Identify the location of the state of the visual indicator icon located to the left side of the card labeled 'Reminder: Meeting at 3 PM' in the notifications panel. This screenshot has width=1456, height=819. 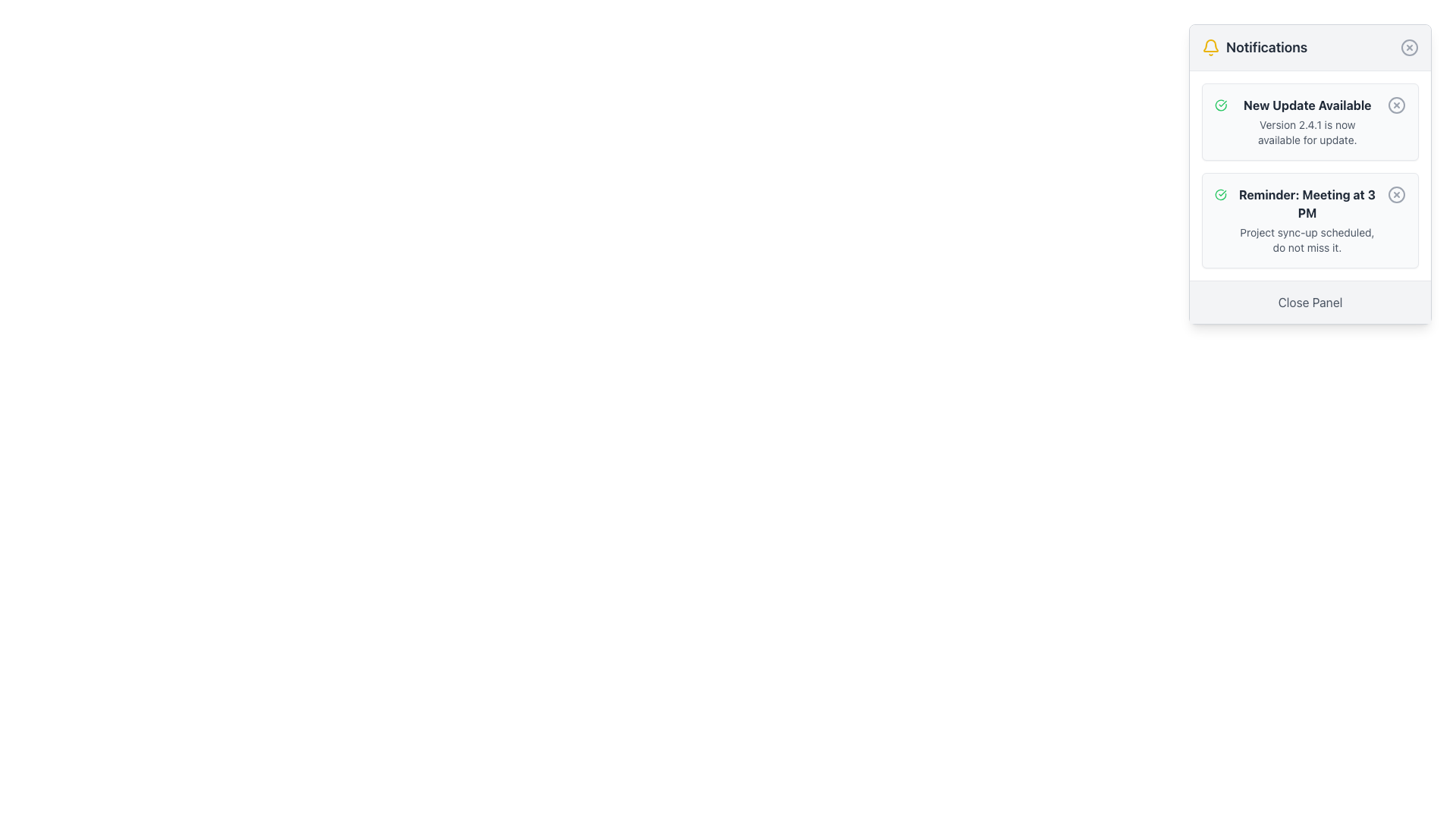
(1220, 194).